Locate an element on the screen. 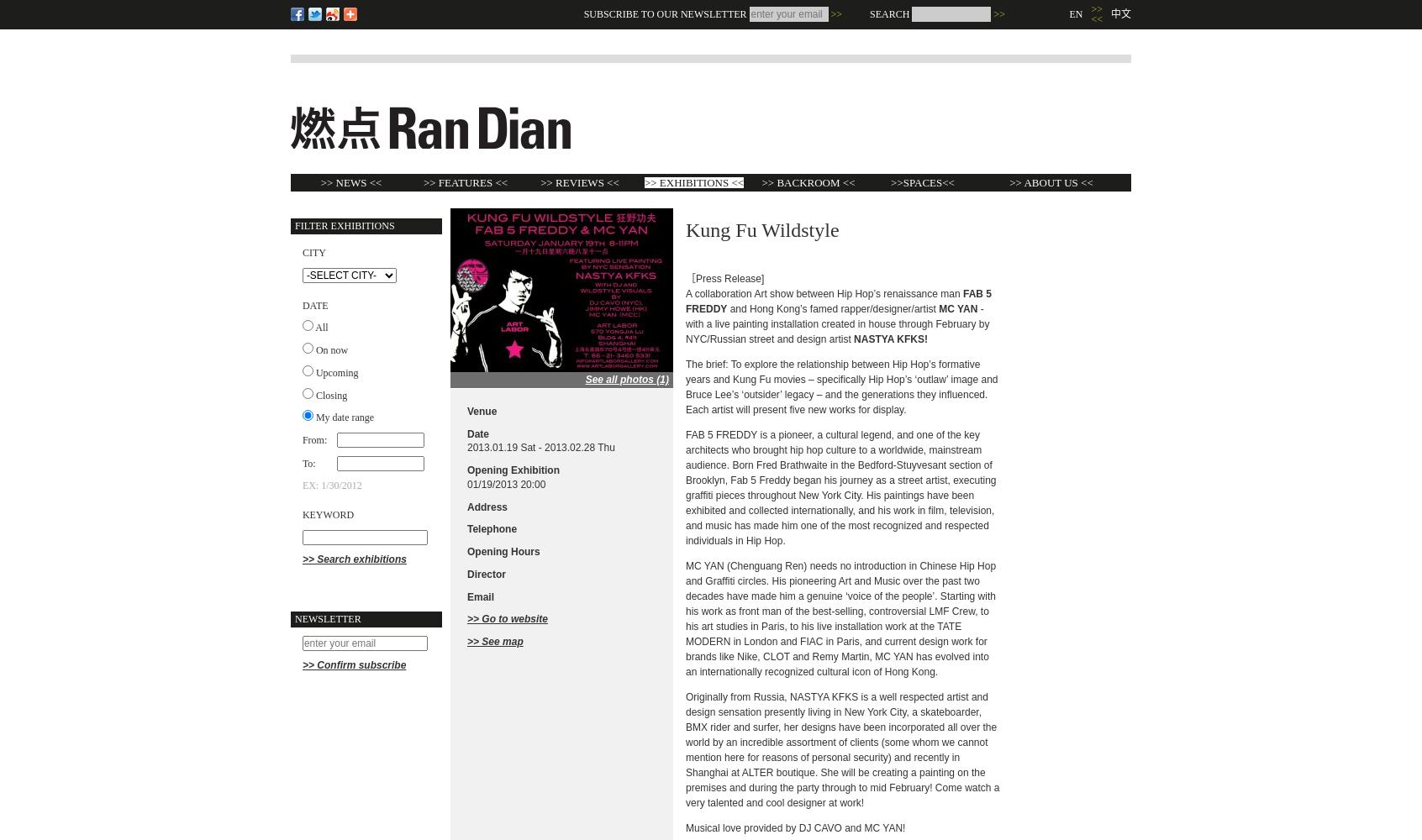  'Upcoming' is located at coordinates (336, 371).